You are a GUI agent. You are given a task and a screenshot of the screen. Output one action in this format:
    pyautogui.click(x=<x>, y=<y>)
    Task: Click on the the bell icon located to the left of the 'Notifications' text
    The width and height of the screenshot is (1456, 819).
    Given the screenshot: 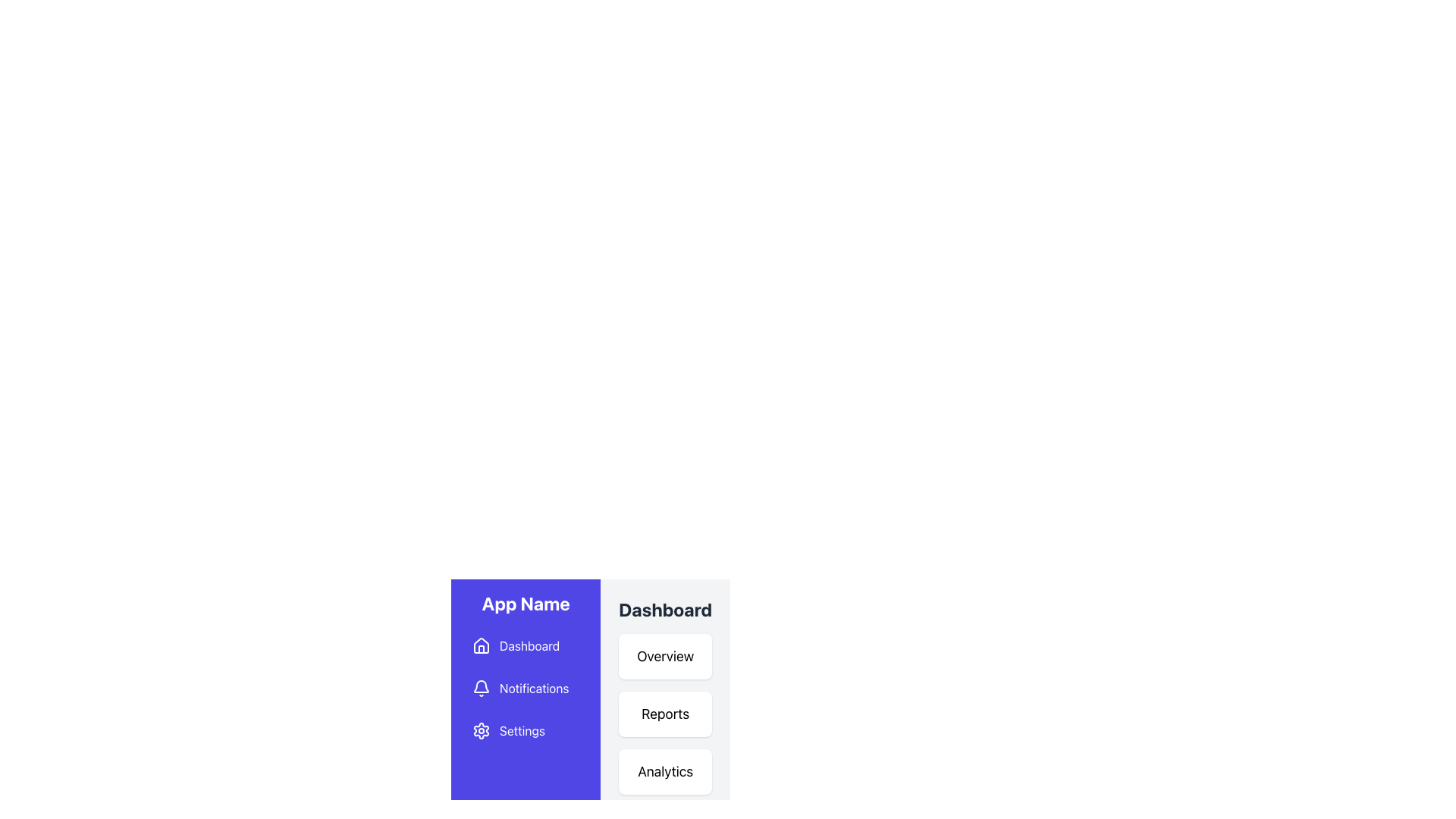 What is the action you would take?
    pyautogui.click(x=480, y=688)
    